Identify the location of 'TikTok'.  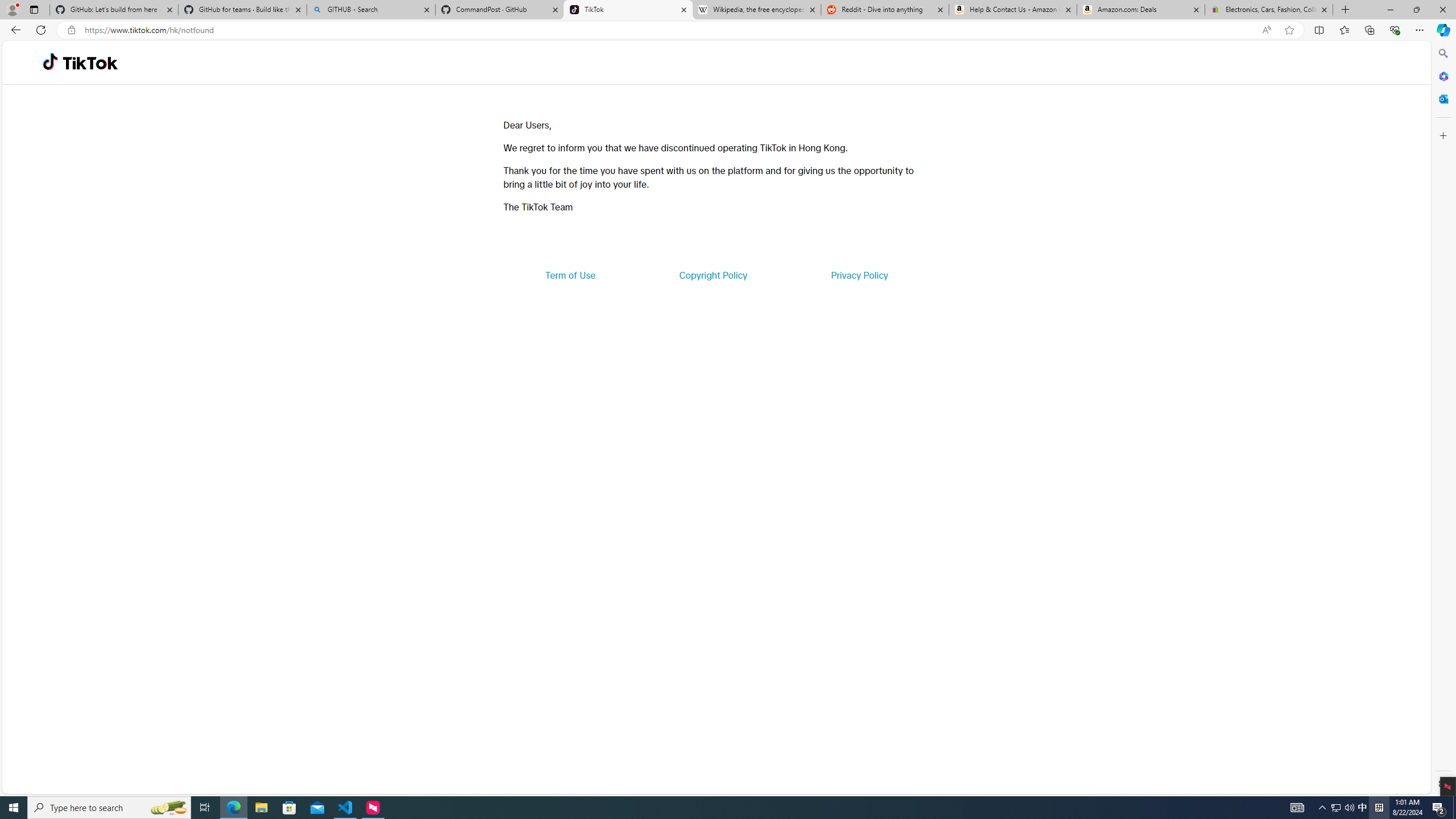
(90, 63).